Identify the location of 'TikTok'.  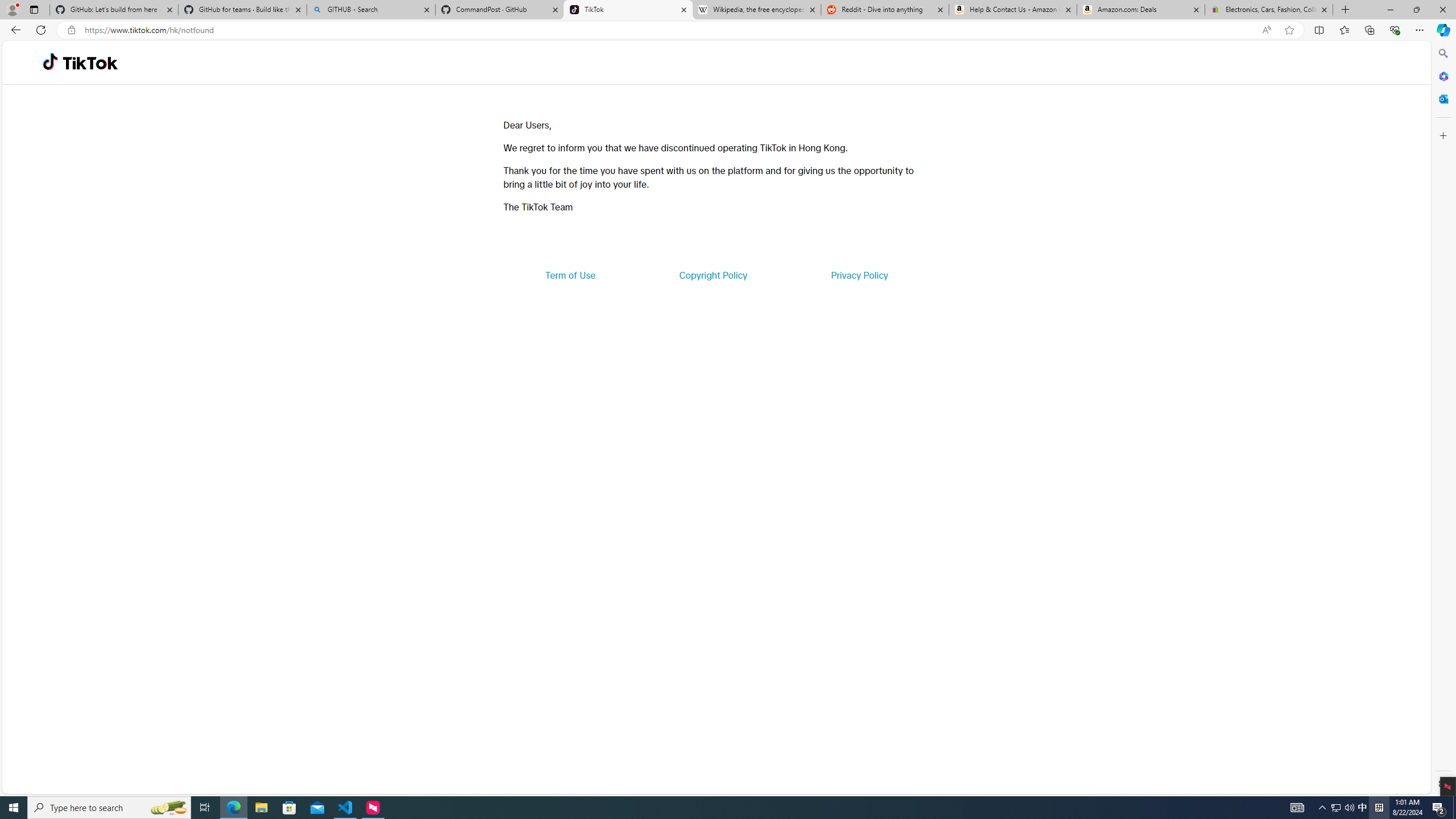
(90, 63).